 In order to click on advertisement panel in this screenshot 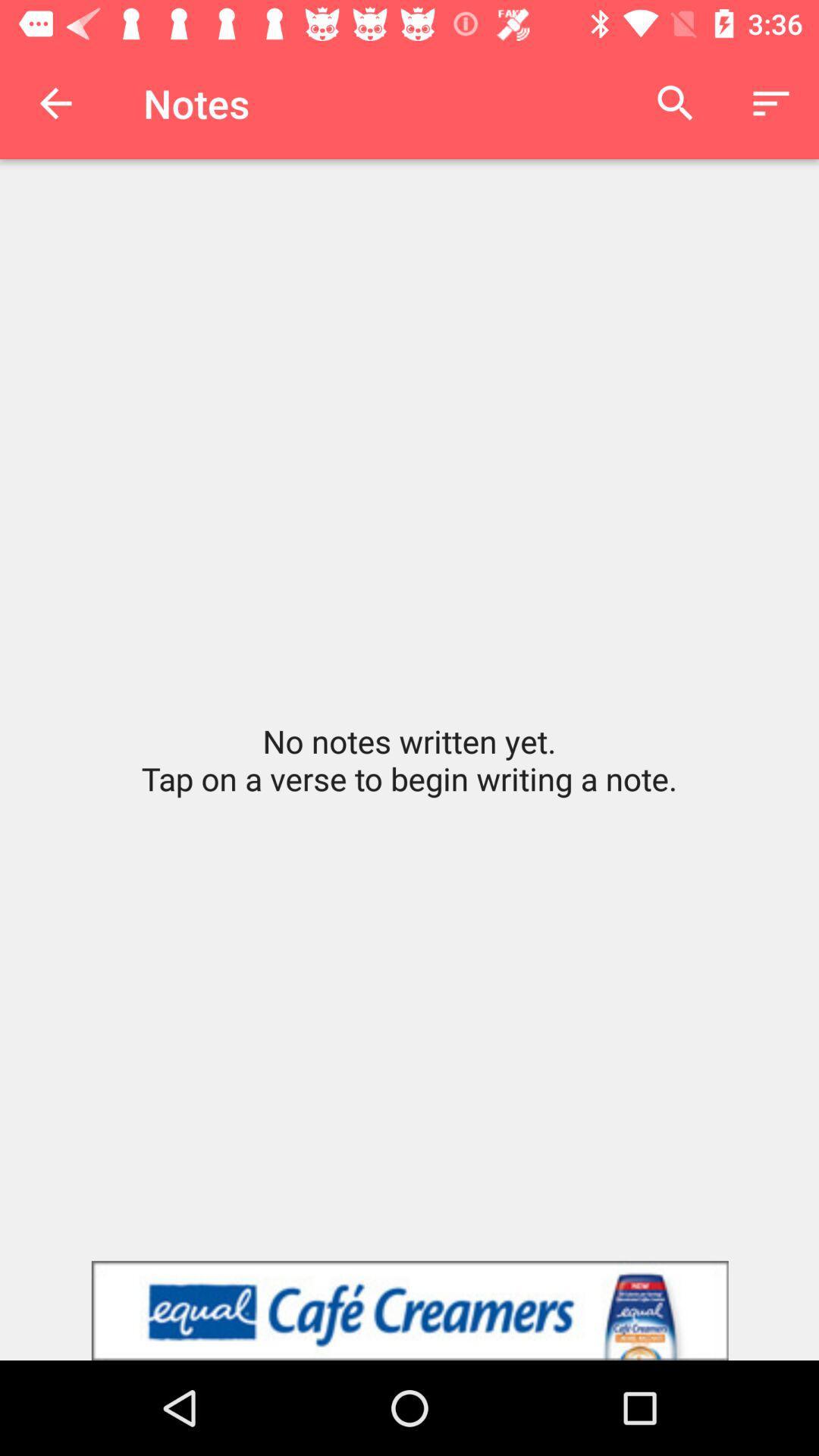, I will do `click(409, 1310)`.